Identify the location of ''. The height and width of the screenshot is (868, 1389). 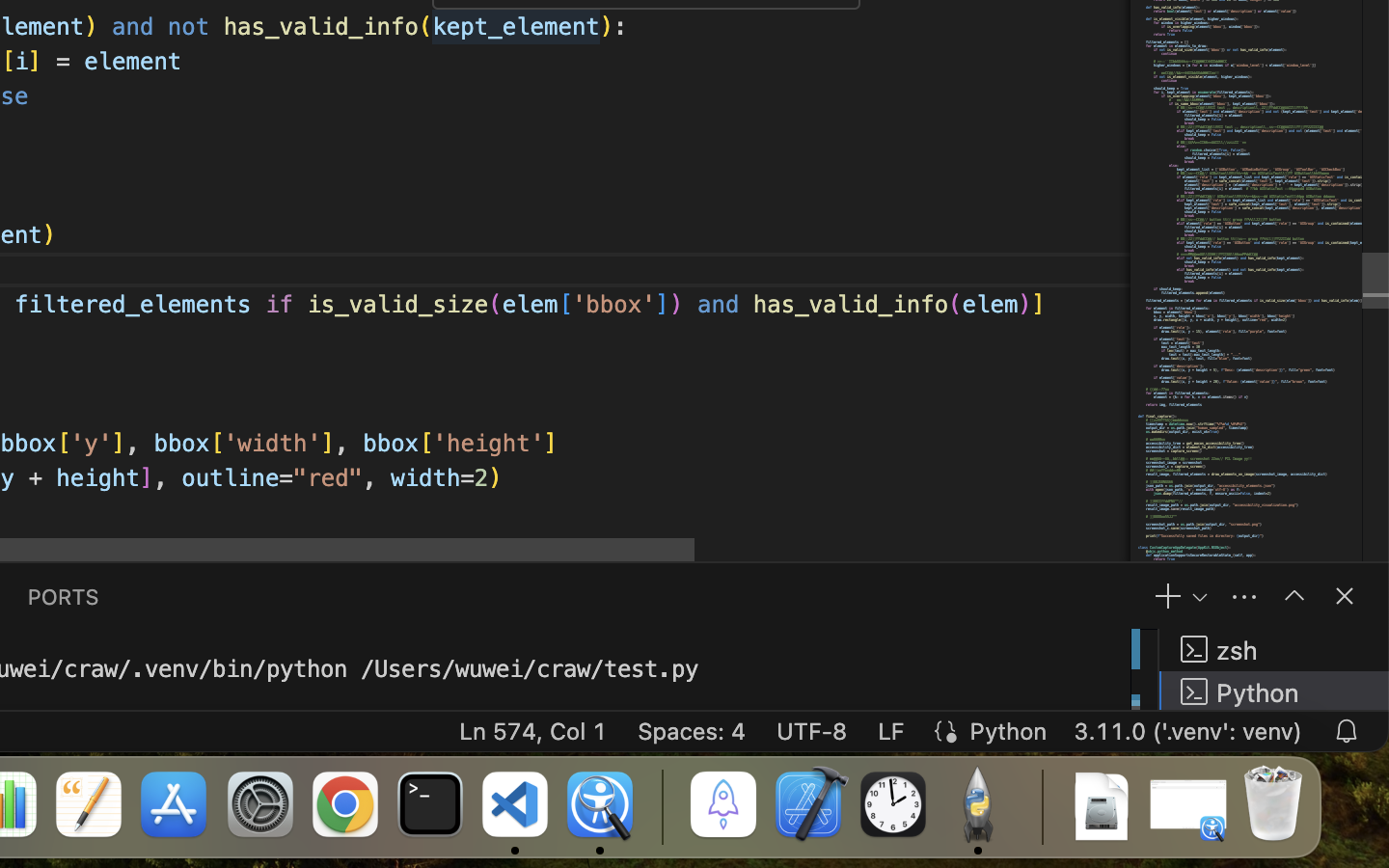
(1345, 596).